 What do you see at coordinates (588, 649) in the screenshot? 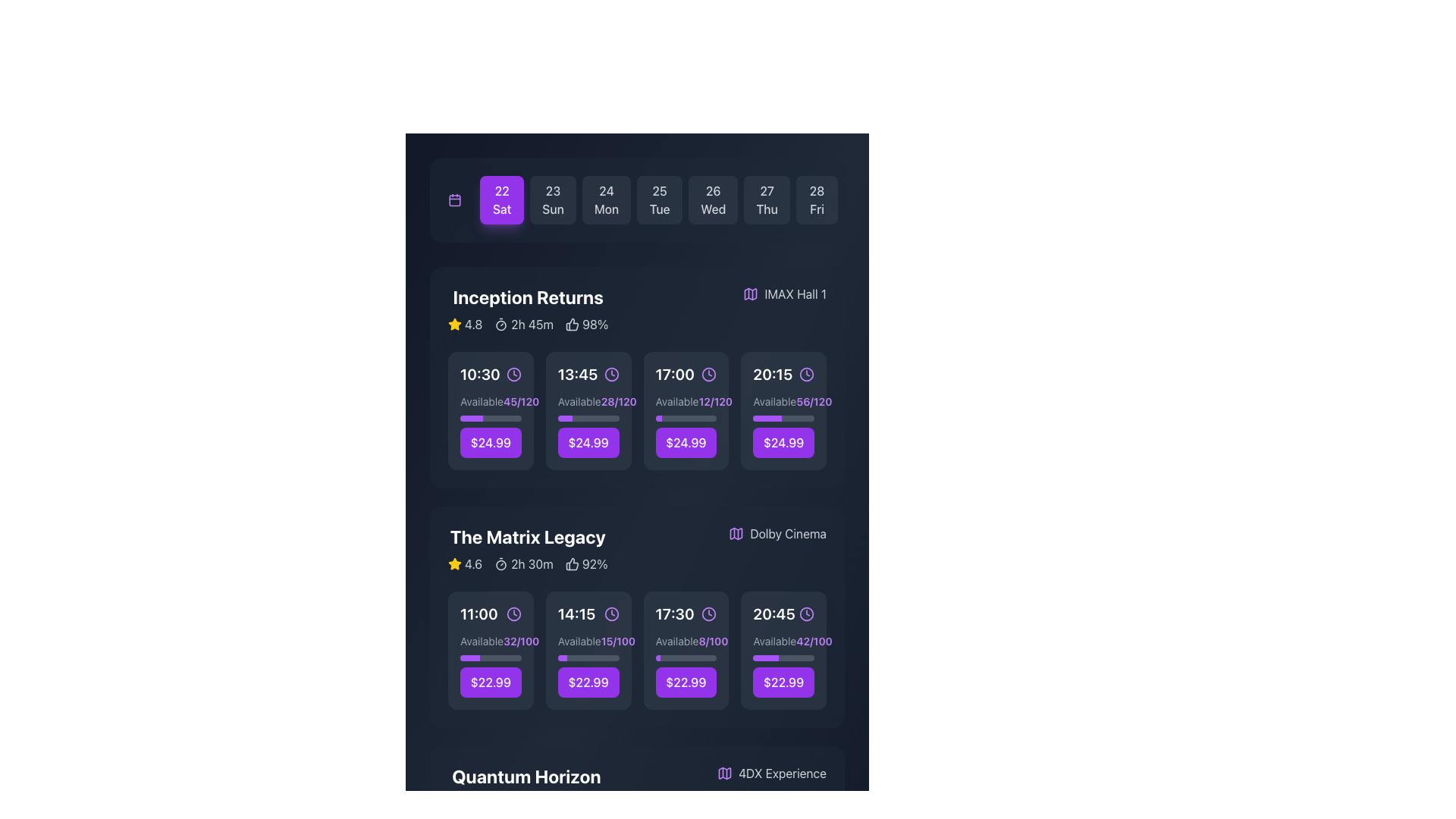
I see `the interactive card component featuring the time slot '14:15', which has a prominent purple button at the bottom labeled '$22.99'` at bounding box center [588, 649].